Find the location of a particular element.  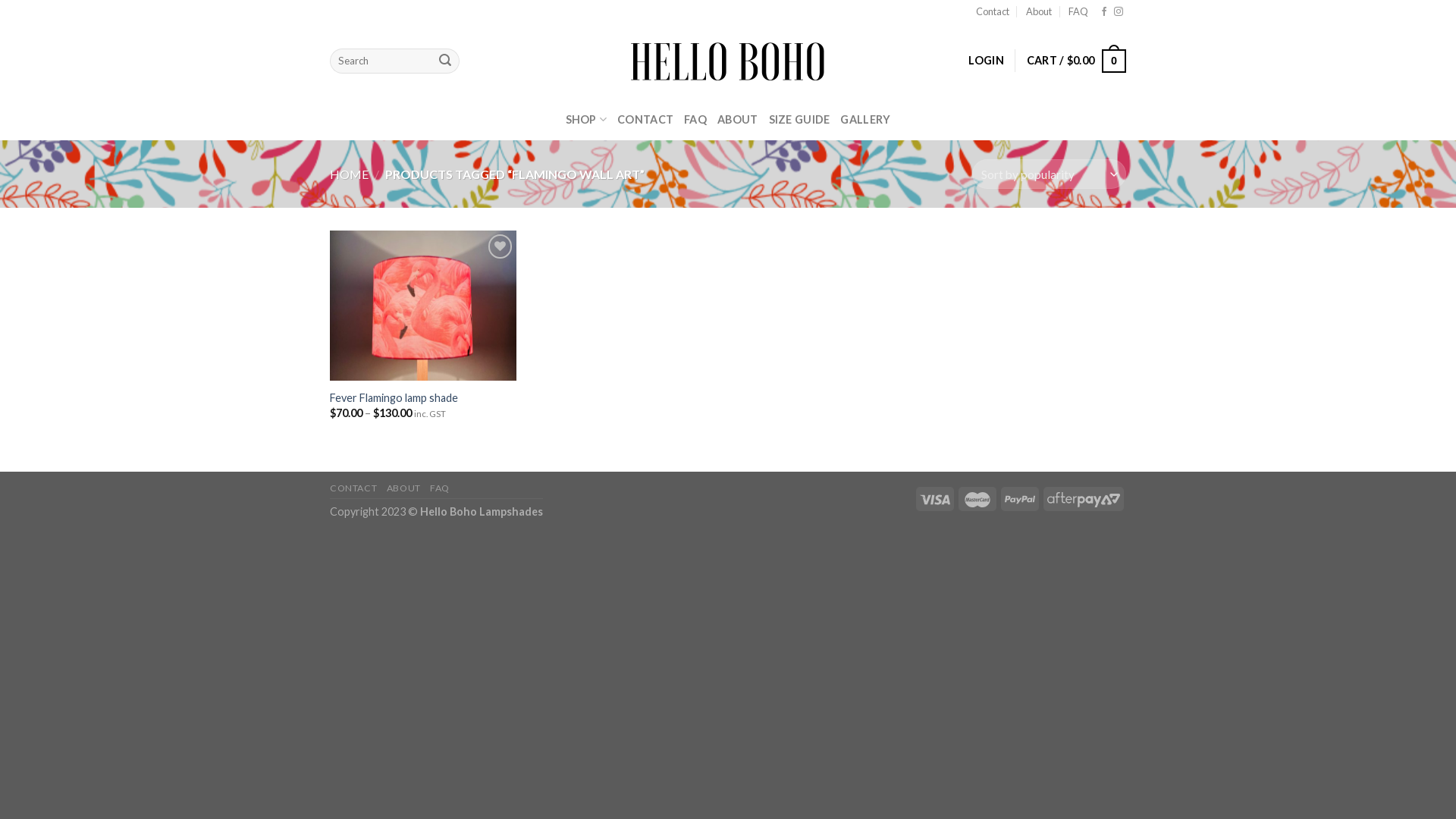

'Follow on Facebook' is located at coordinates (1103, 11).